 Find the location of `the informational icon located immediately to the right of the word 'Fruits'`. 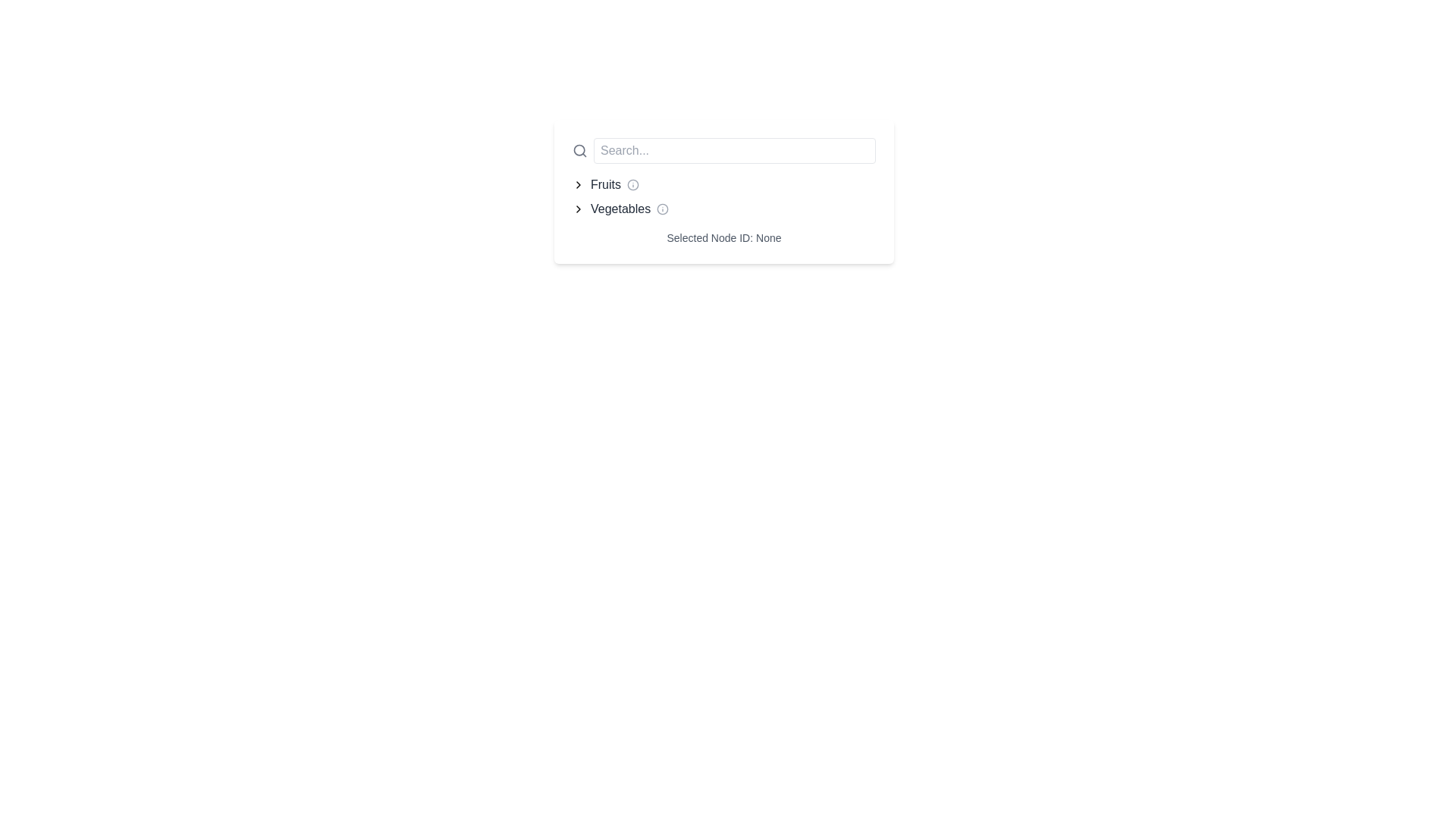

the informational icon located immediately to the right of the word 'Fruits' is located at coordinates (633, 184).